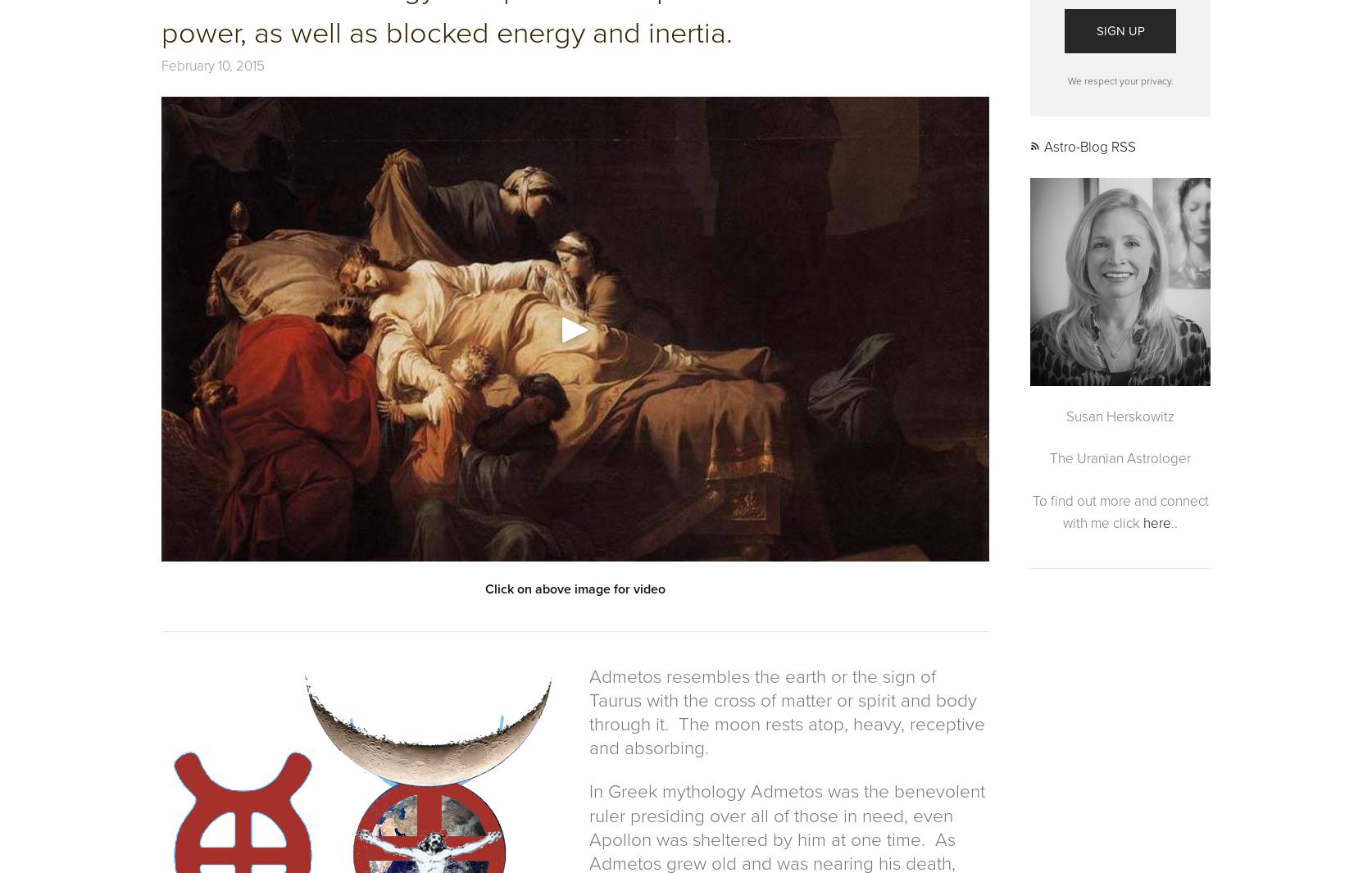 This screenshot has width=1372, height=873. What do you see at coordinates (1095, 29) in the screenshot?
I see `'Sign Up'` at bounding box center [1095, 29].